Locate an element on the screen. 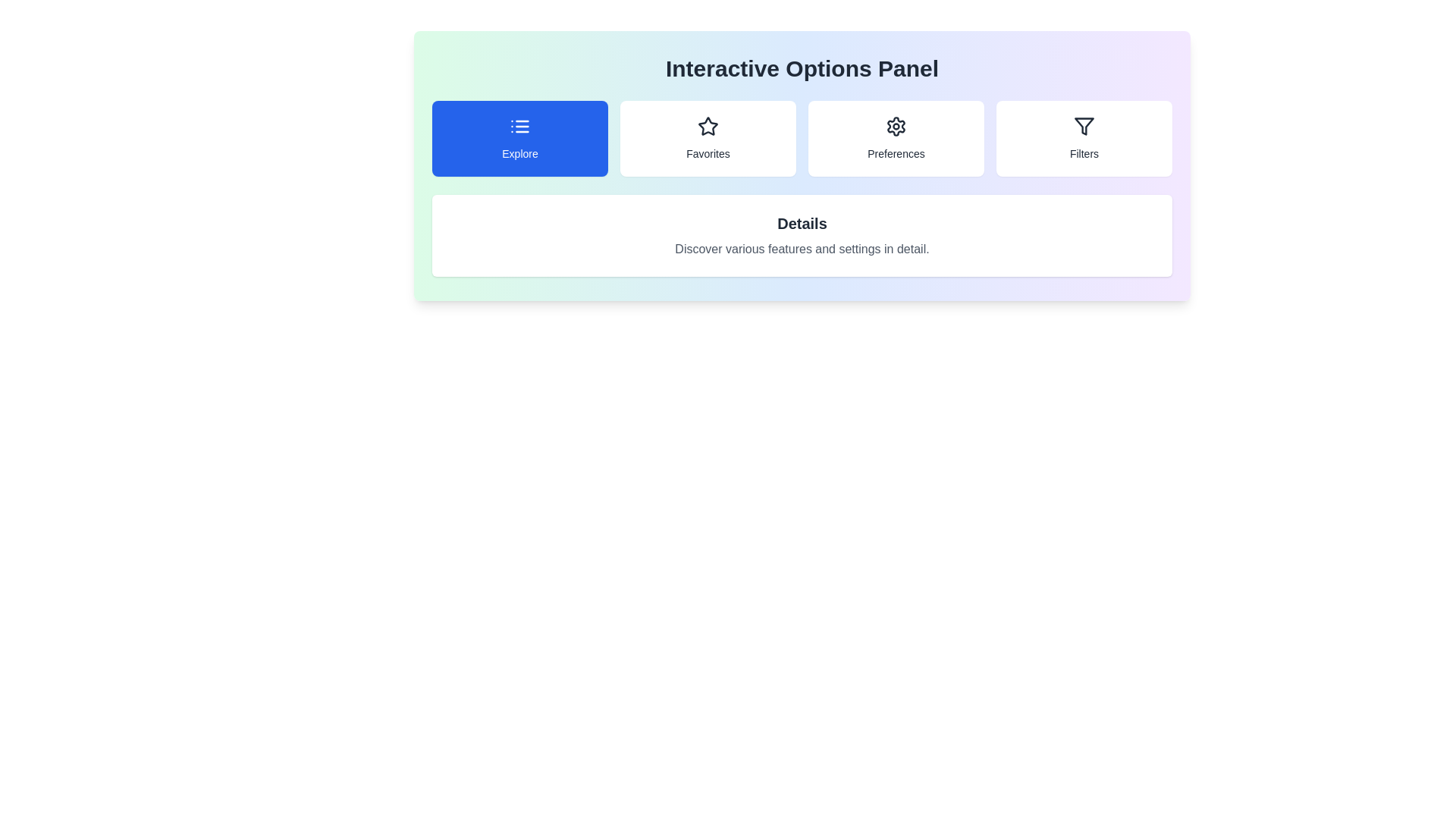 This screenshot has width=1456, height=819. outlined star icon used for indicating favorites, located above the label 'Favorites', at the specified coordinates is located at coordinates (708, 125).